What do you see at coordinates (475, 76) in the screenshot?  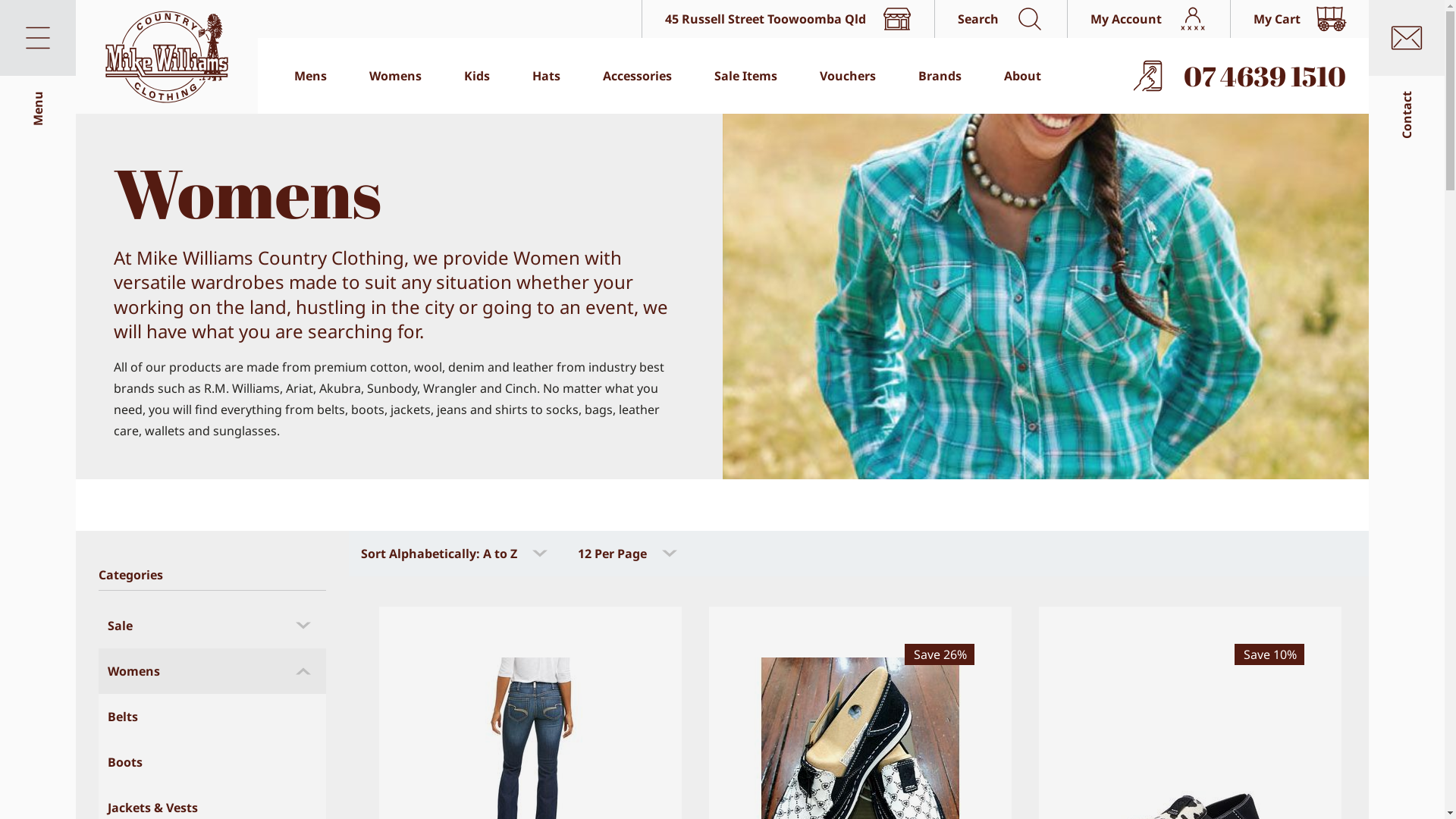 I see `'Kids'` at bounding box center [475, 76].